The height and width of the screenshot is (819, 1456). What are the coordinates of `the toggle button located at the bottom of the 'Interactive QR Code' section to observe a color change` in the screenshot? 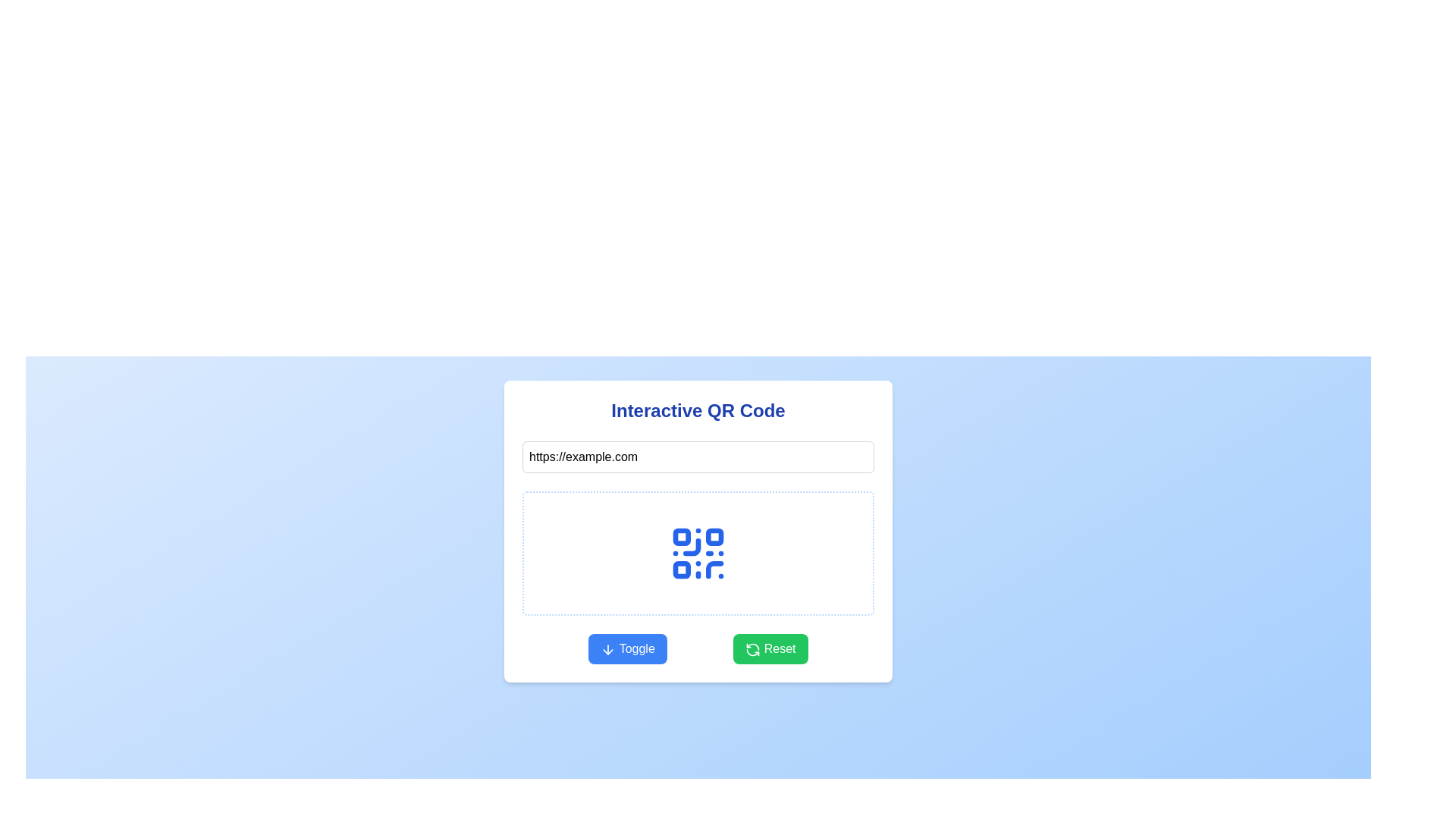 It's located at (628, 648).